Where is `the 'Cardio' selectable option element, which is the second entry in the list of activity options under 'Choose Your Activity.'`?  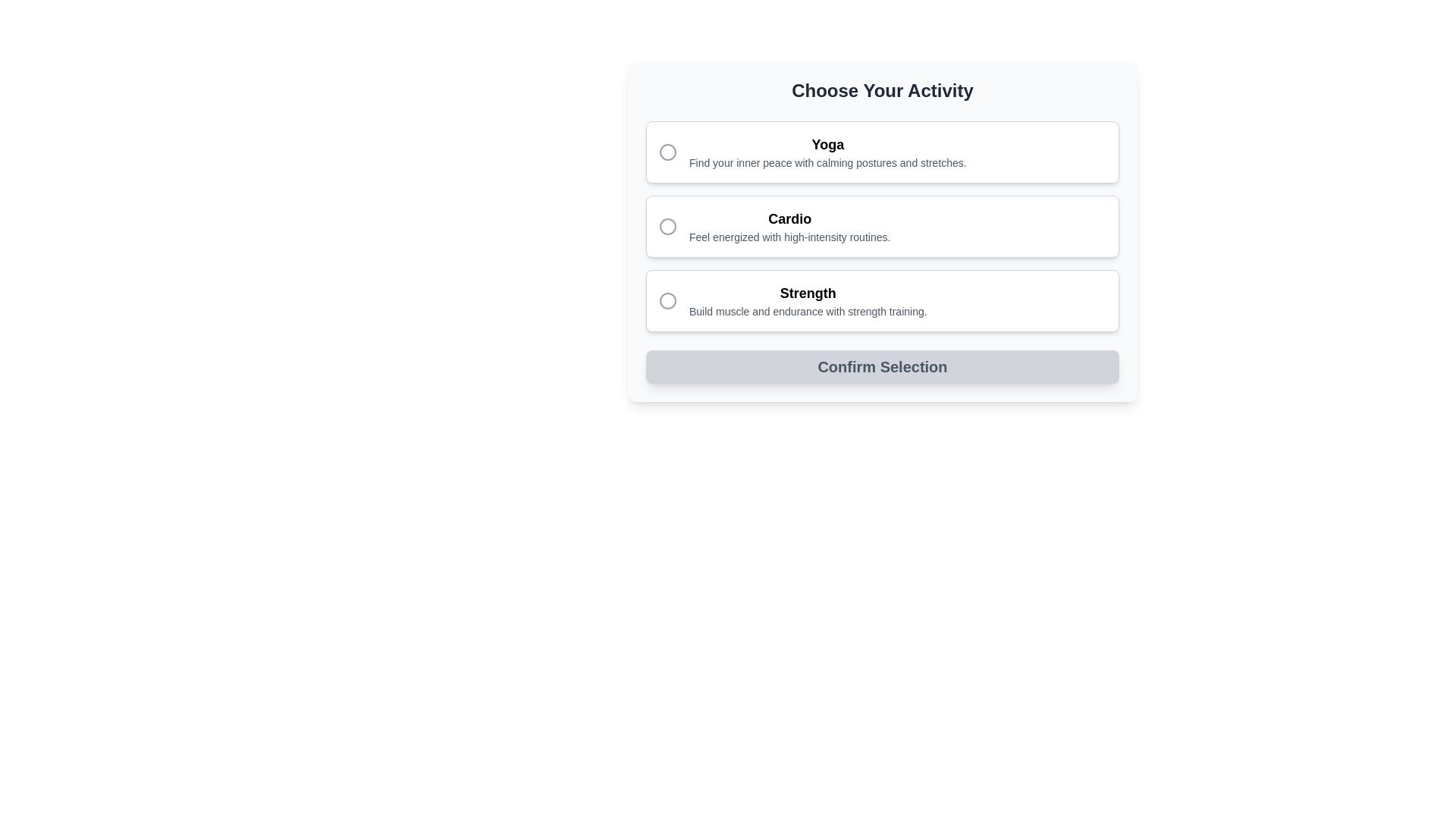
the 'Cardio' selectable option element, which is the second entry in the list of activity options under 'Choose Your Activity.' is located at coordinates (789, 227).